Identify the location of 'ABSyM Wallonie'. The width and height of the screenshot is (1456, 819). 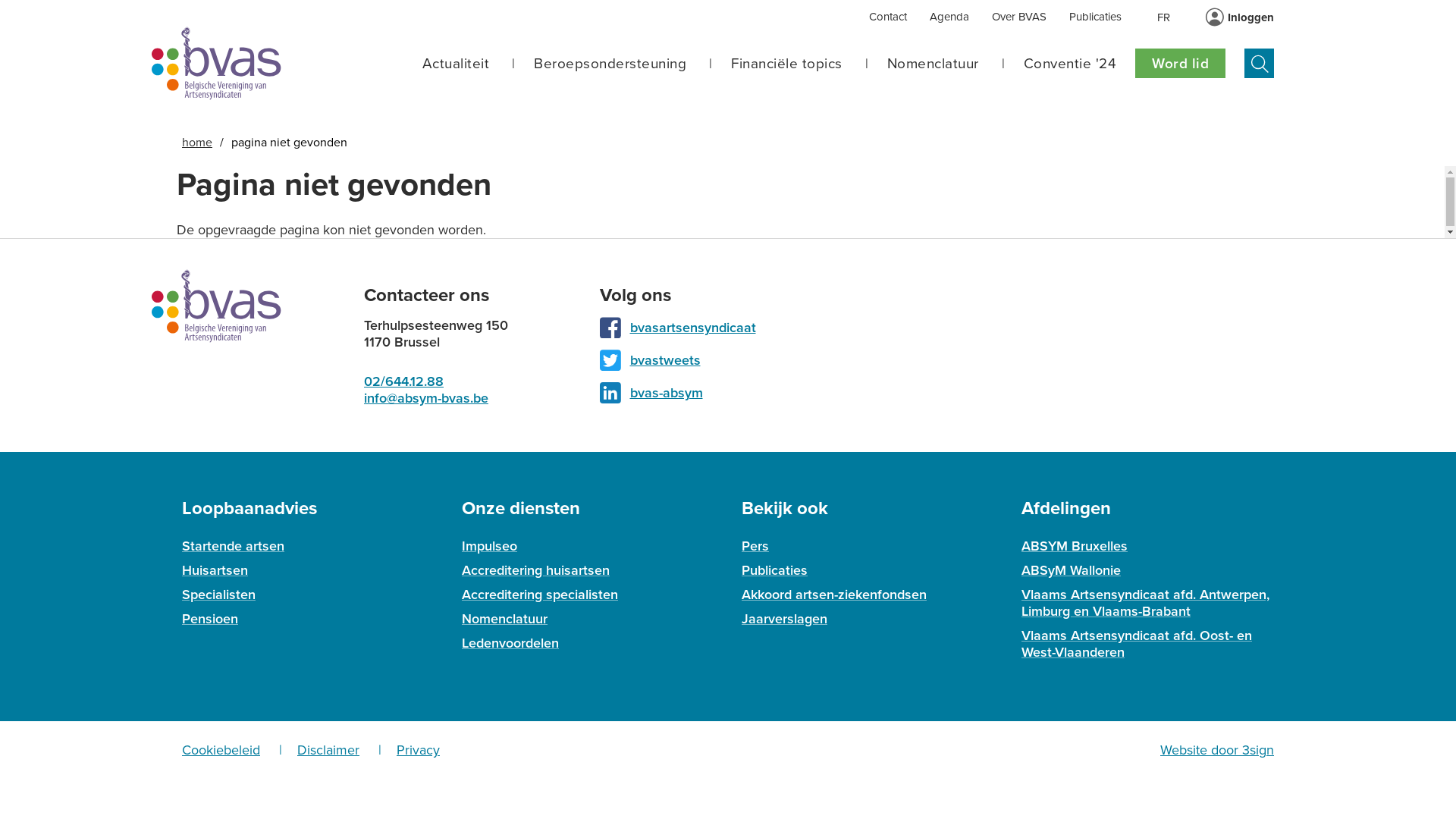
(1021, 570).